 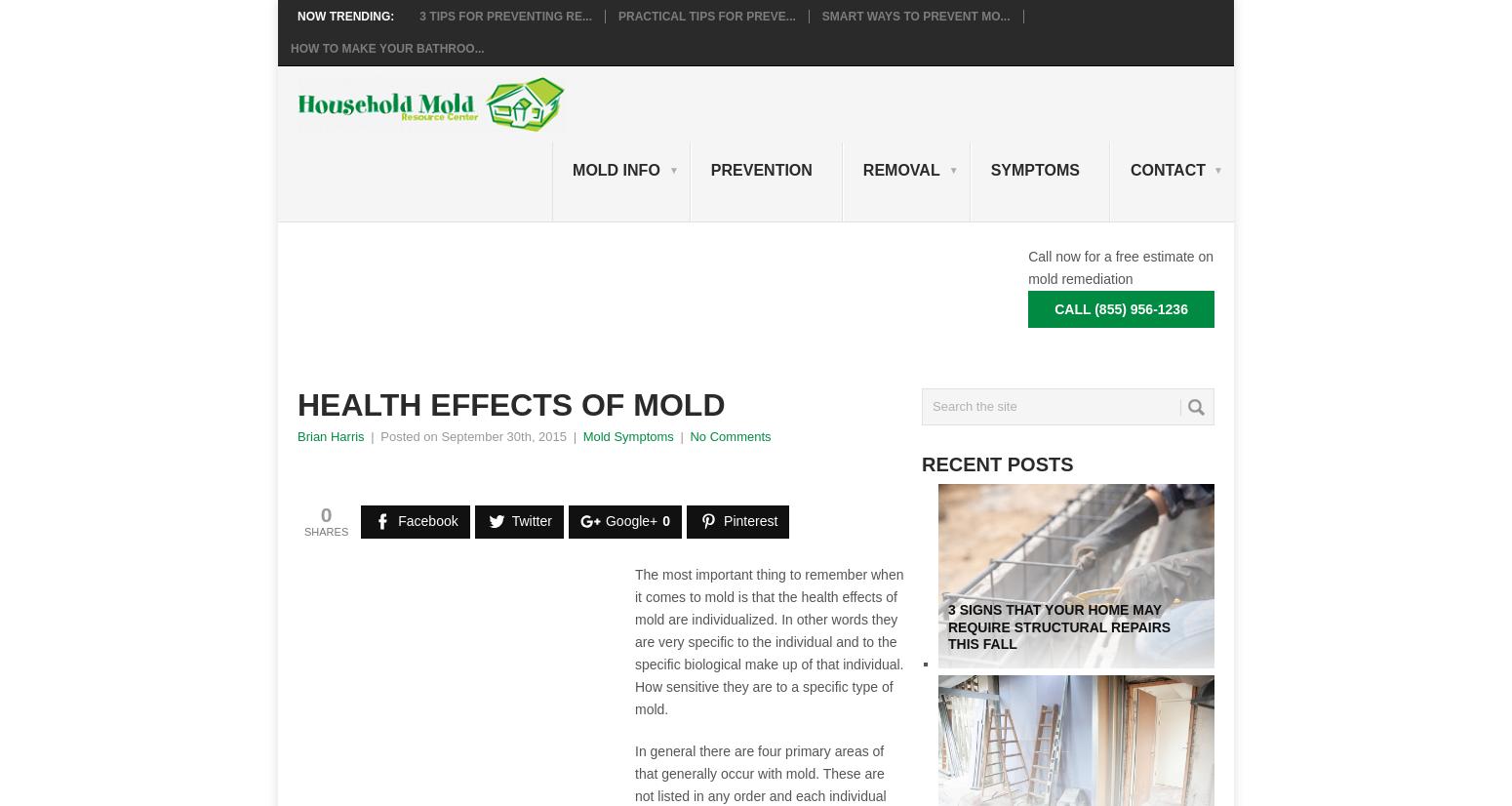 I want to click on 'Facebook', so click(x=427, y=521).